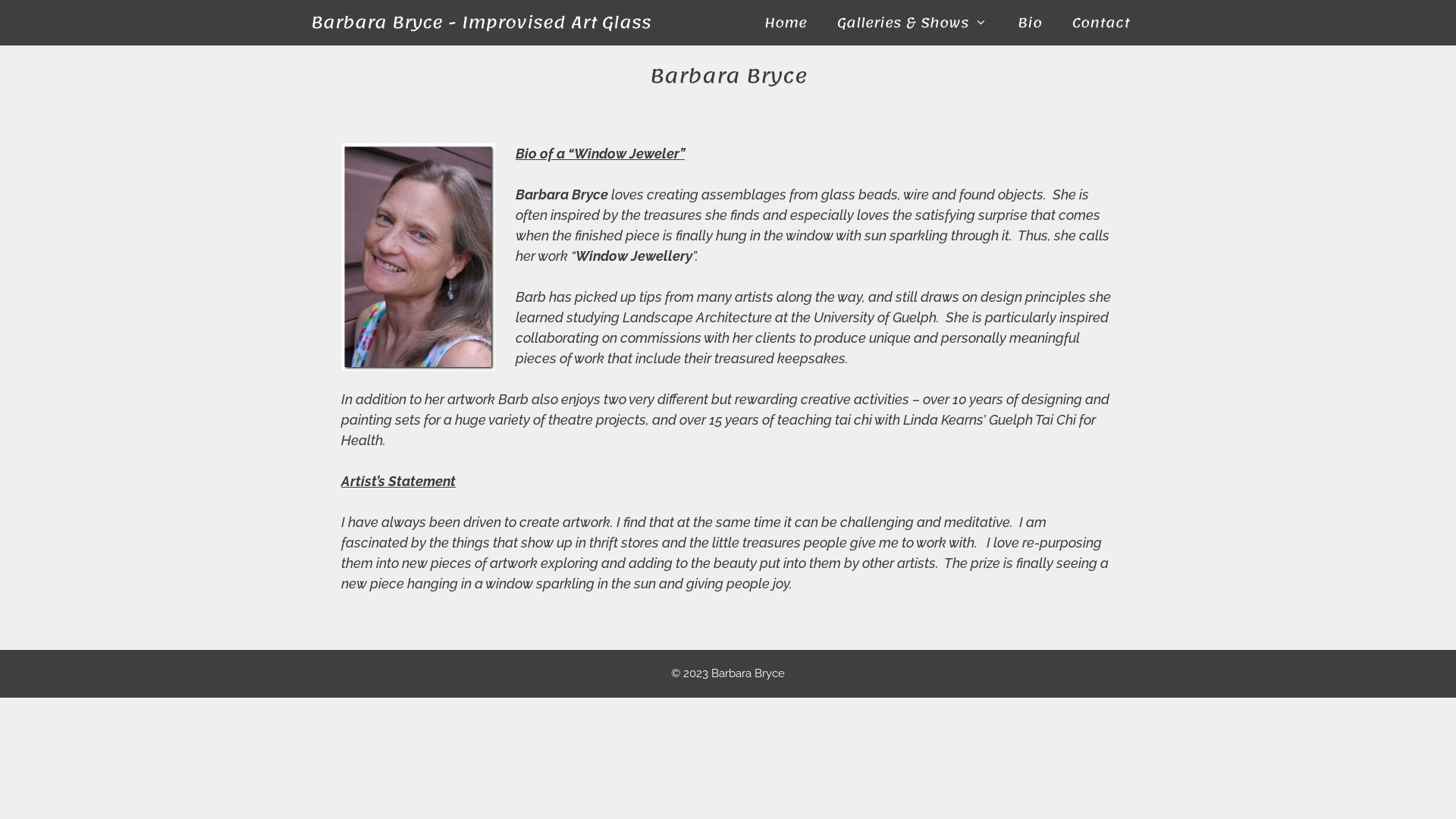 The height and width of the screenshot is (819, 1456). I want to click on 'Bio', so click(1030, 23).